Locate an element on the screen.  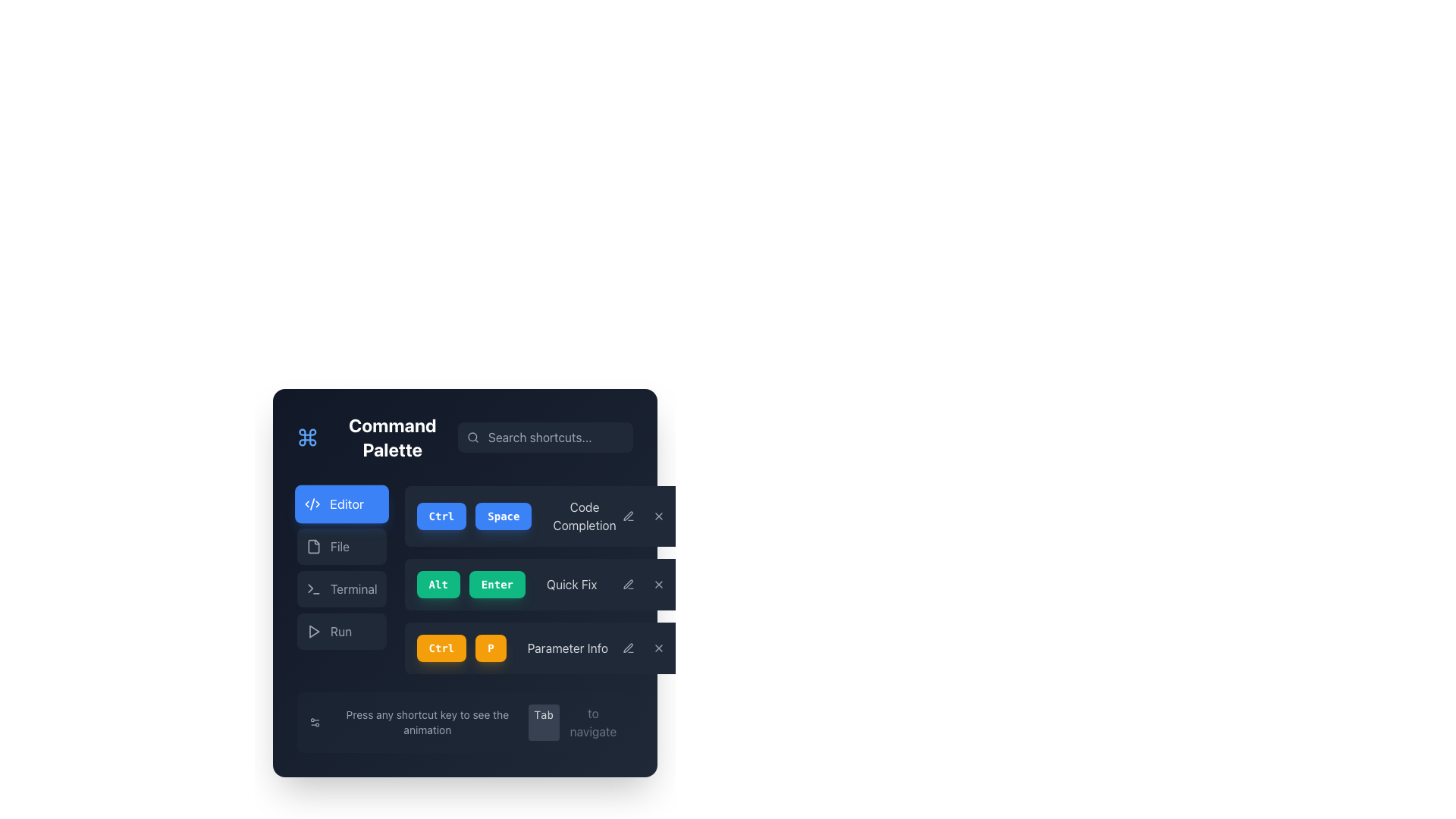
the play icon component is located at coordinates (313, 632).